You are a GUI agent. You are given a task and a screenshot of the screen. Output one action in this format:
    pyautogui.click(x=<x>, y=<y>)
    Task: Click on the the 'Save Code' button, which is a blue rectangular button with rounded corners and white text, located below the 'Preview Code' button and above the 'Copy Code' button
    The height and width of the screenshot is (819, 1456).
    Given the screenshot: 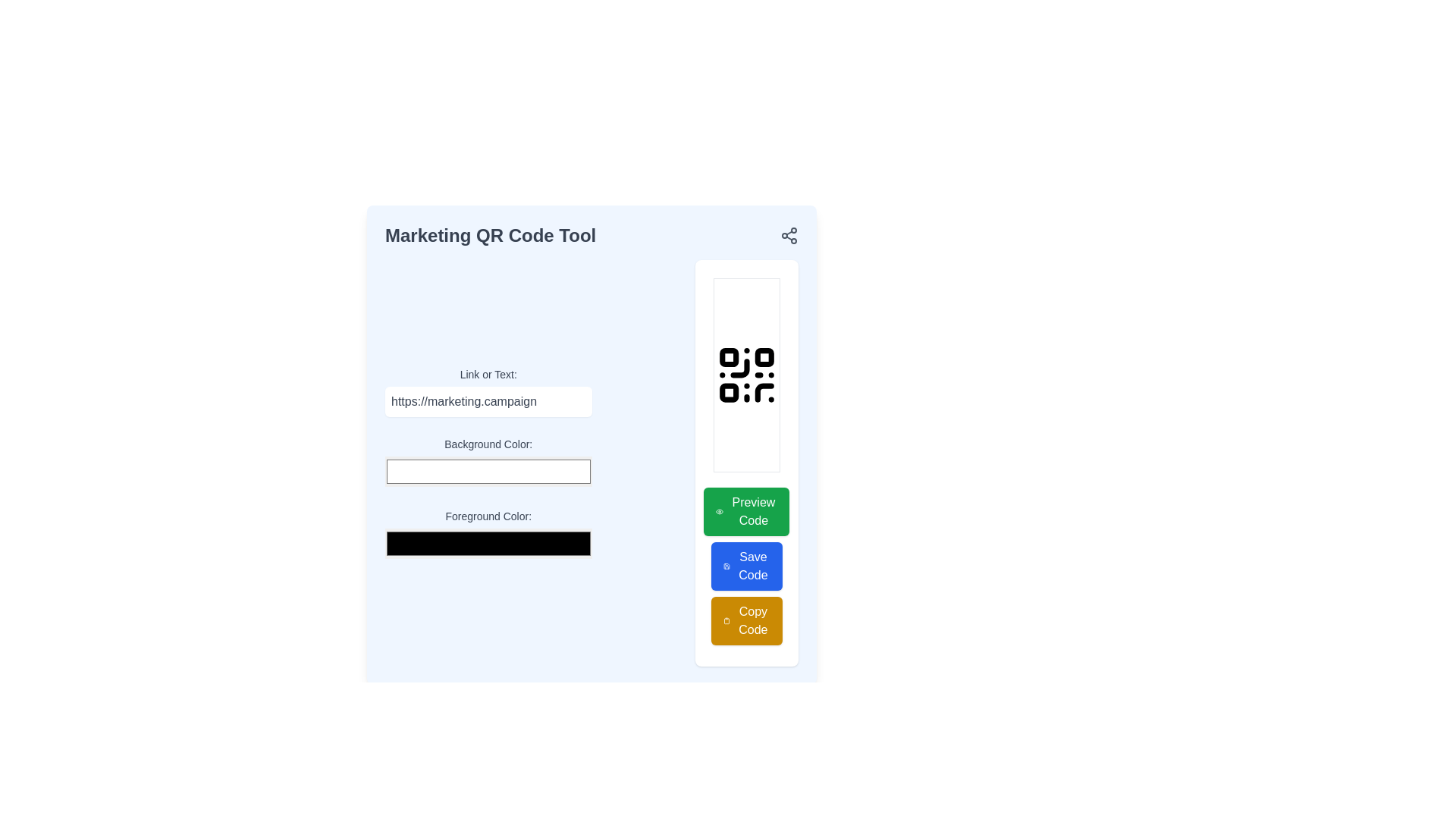 What is the action you would take?
    pyautogui.click(x=746, y=566)
    